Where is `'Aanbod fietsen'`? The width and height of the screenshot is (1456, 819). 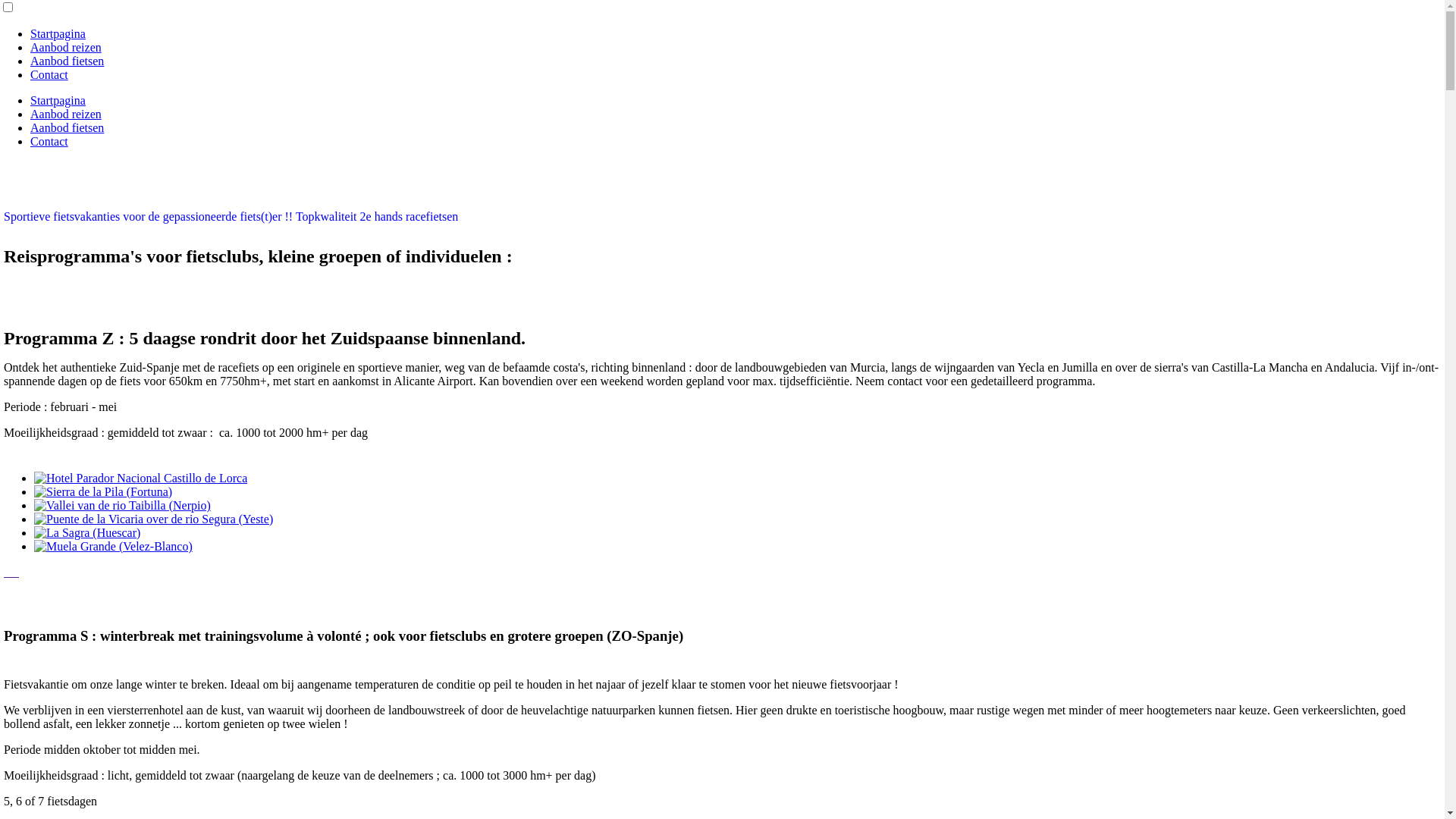 'Aanbod fietsen' is located at coordinates (30, 60).